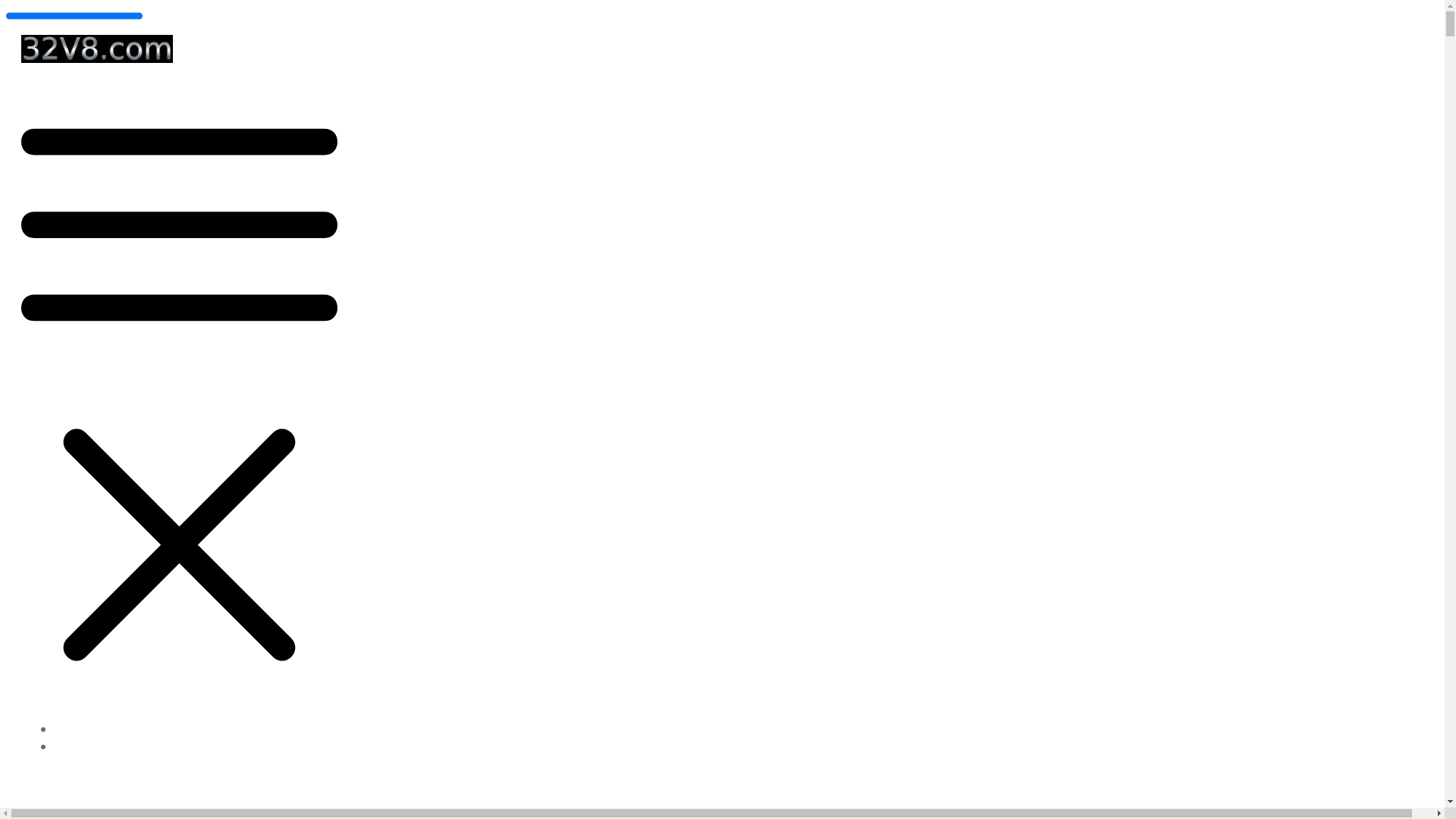 This screenshot has width=1456, height=819. I want to click on '32V8 Website Tuneup Tool', so click(120, 730).